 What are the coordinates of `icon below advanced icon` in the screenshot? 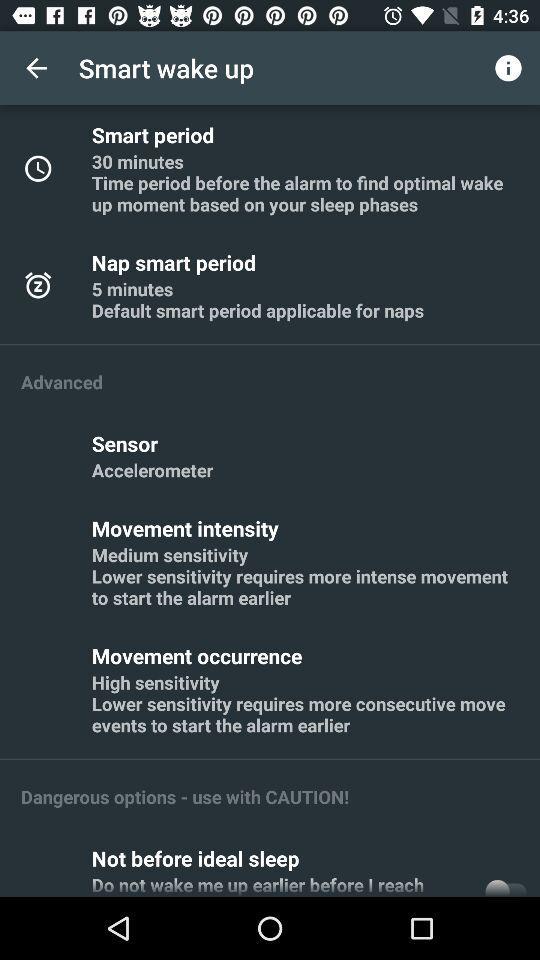 It's located at (128, 443).